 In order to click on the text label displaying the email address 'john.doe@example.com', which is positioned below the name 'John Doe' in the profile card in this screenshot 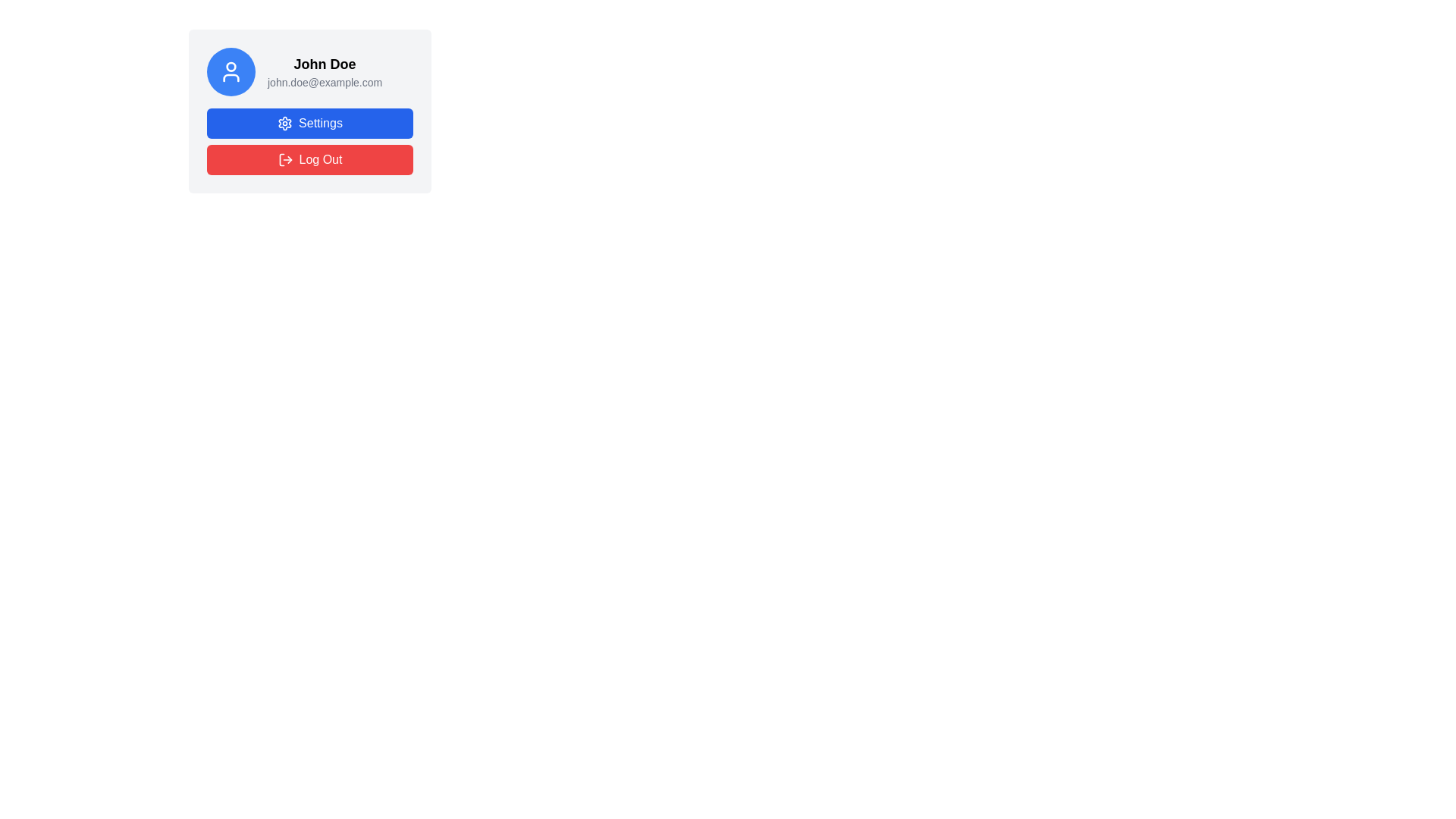, I will do `click(324, 82)`.